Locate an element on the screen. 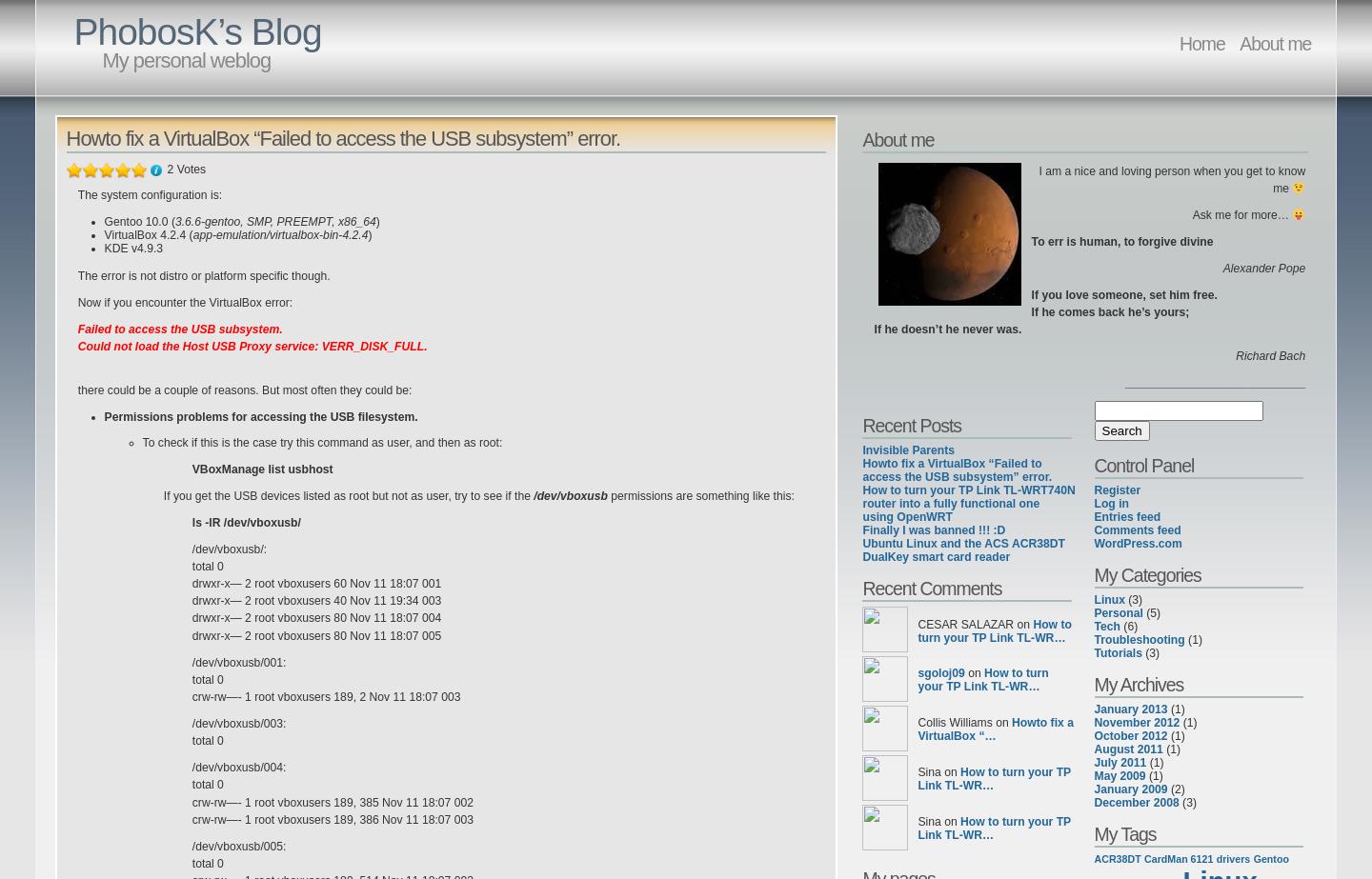  'To check if this is the case try this command as user, and then as root:' is located at coordinates (141, 440).